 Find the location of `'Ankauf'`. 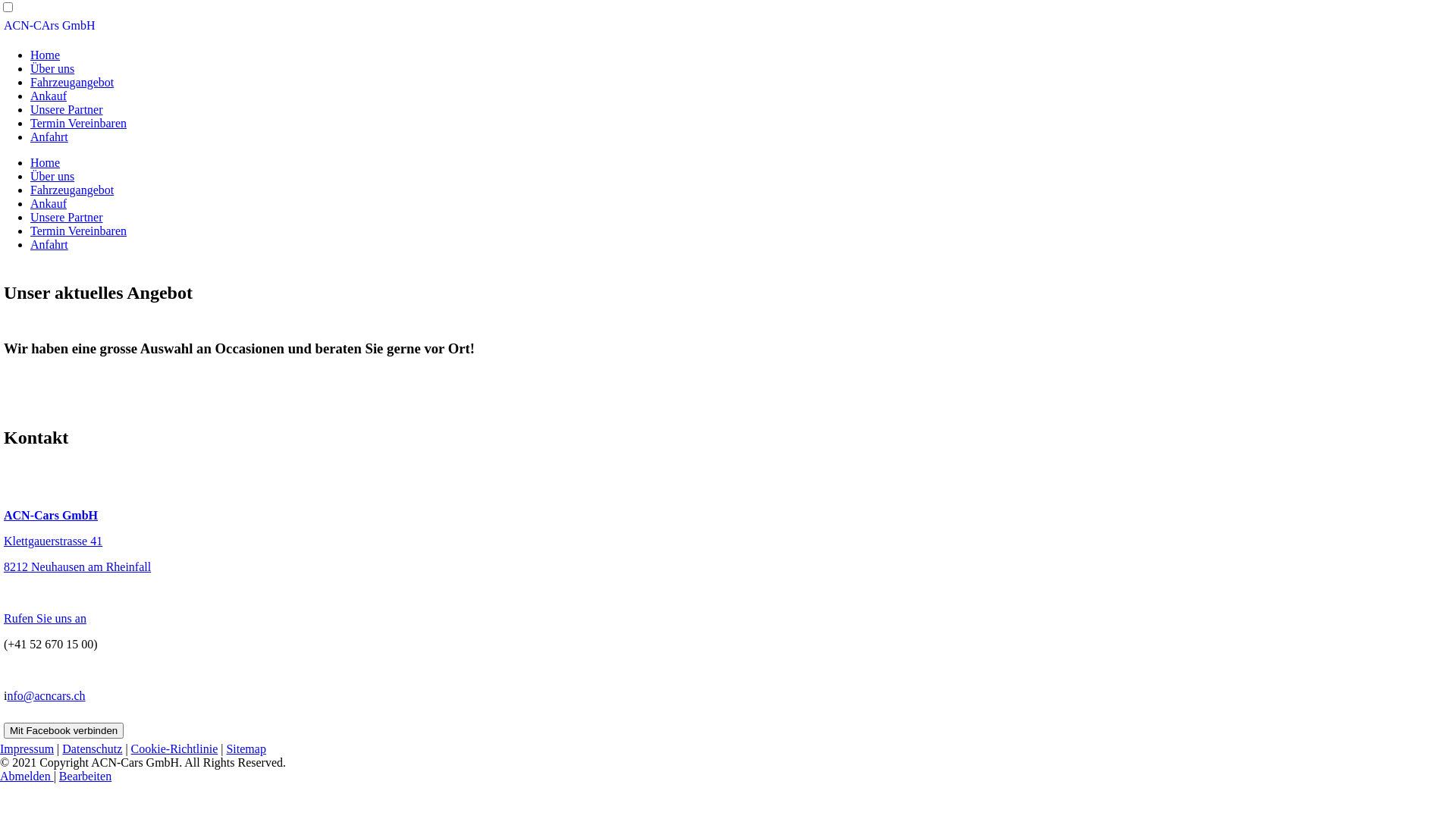

'Ankauf' is located at coordinates (48, 96).